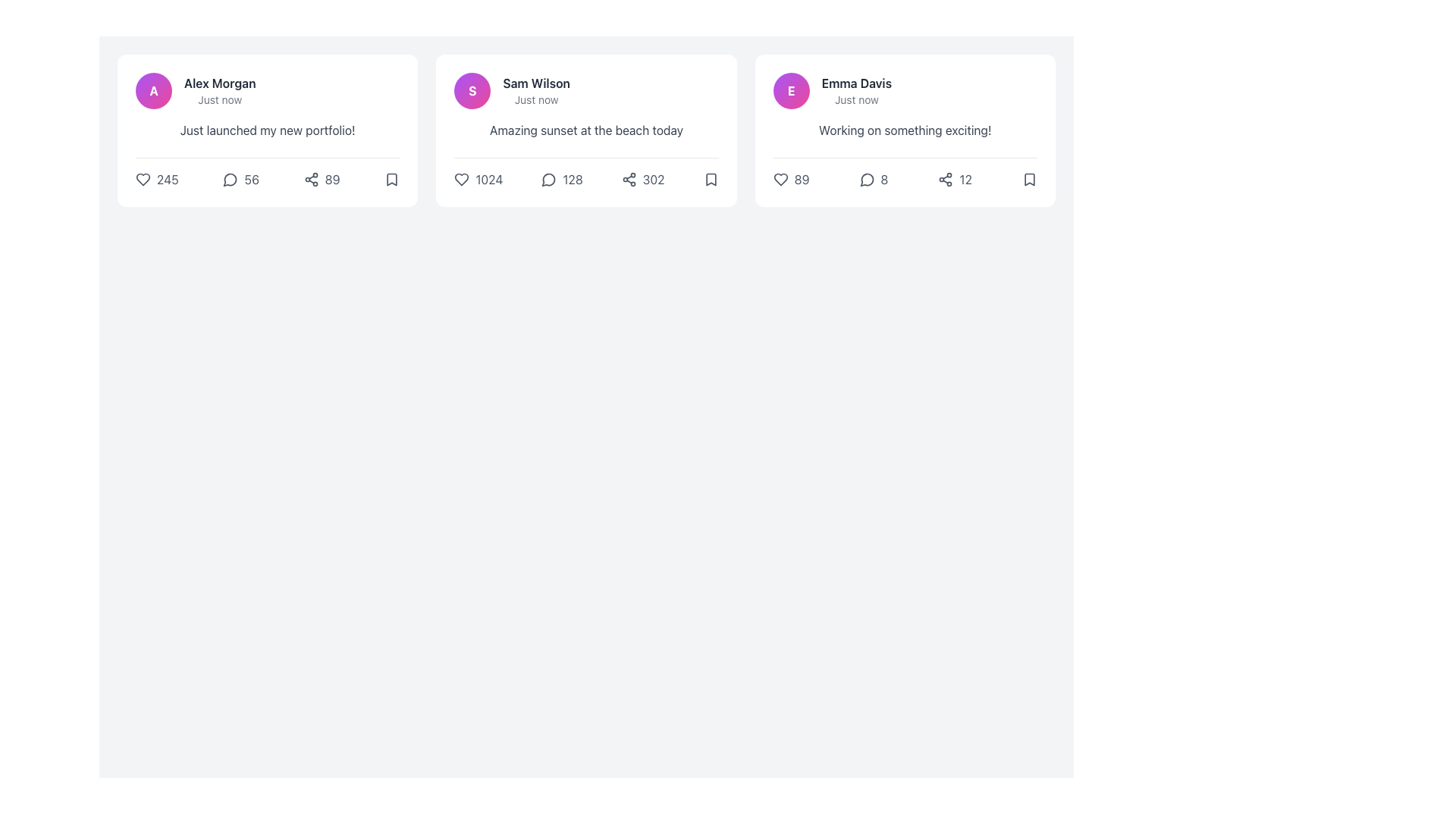  What do you see at coordinates (572, 178) in the screenshot?
I see `the text label displaying '128' that is part of the user interaction area for a post, located to the right of the comment icon` at bounding box center [572, 178].